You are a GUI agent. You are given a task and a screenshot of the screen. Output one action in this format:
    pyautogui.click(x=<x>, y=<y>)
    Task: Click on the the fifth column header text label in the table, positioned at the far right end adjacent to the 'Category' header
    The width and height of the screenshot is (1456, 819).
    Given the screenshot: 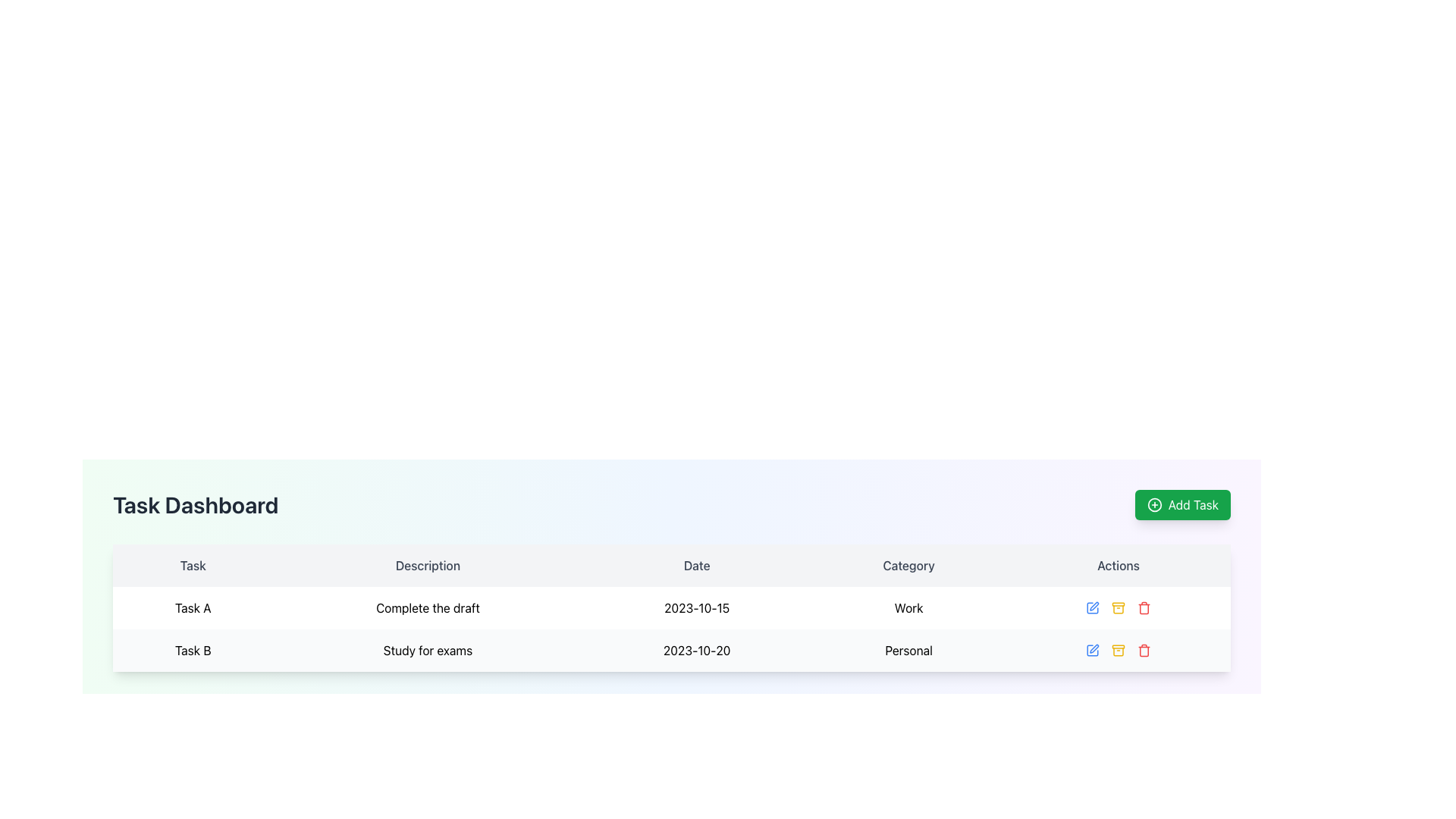 What is the action you would take?
    pyautogui.click(x=1119, y=565)
    